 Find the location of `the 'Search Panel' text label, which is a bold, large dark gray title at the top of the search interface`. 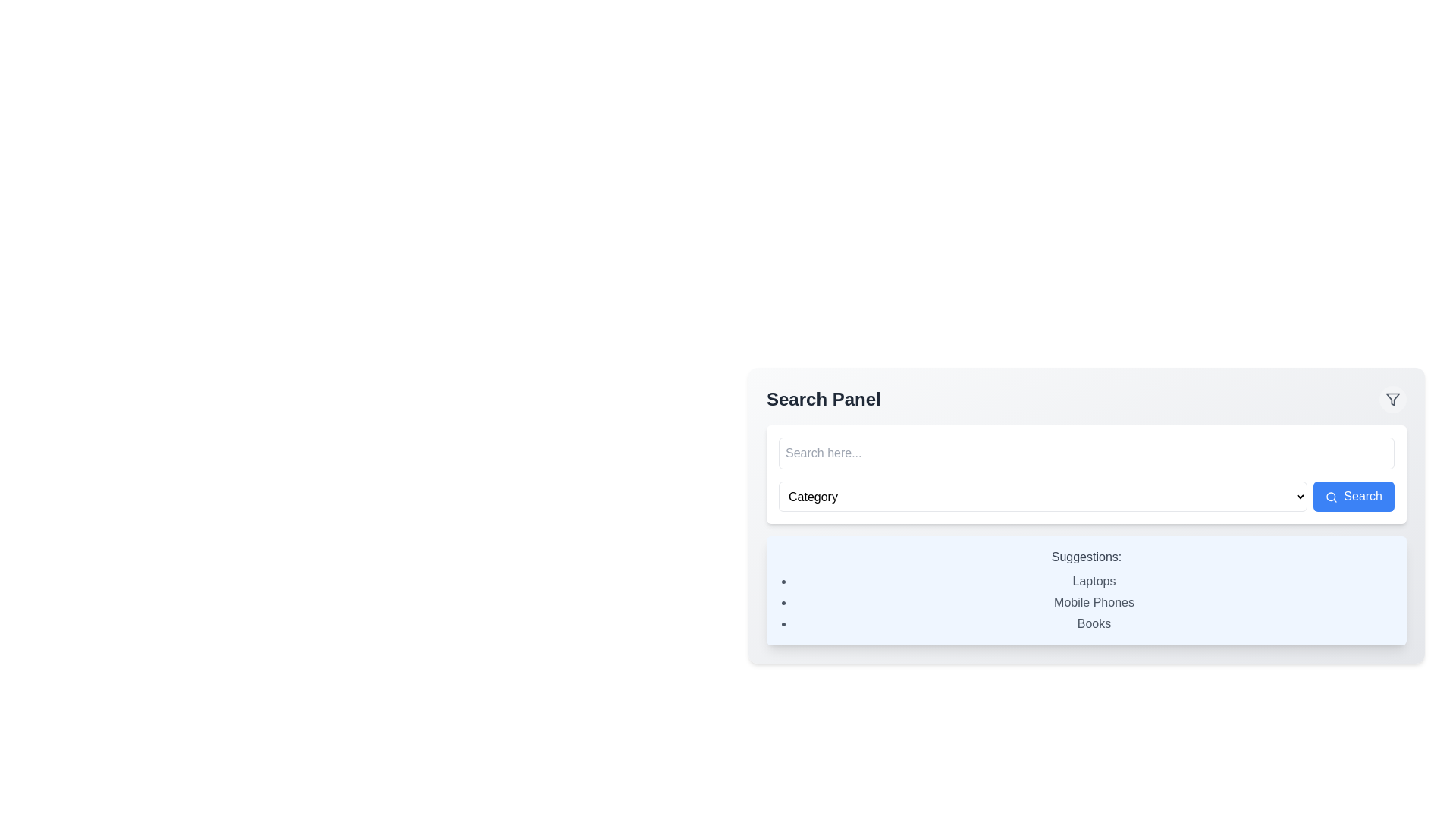

the 'Search Panel' text label, which is a bold, large dark gray title at the top of the search interface is located at coordinates (823, 399).